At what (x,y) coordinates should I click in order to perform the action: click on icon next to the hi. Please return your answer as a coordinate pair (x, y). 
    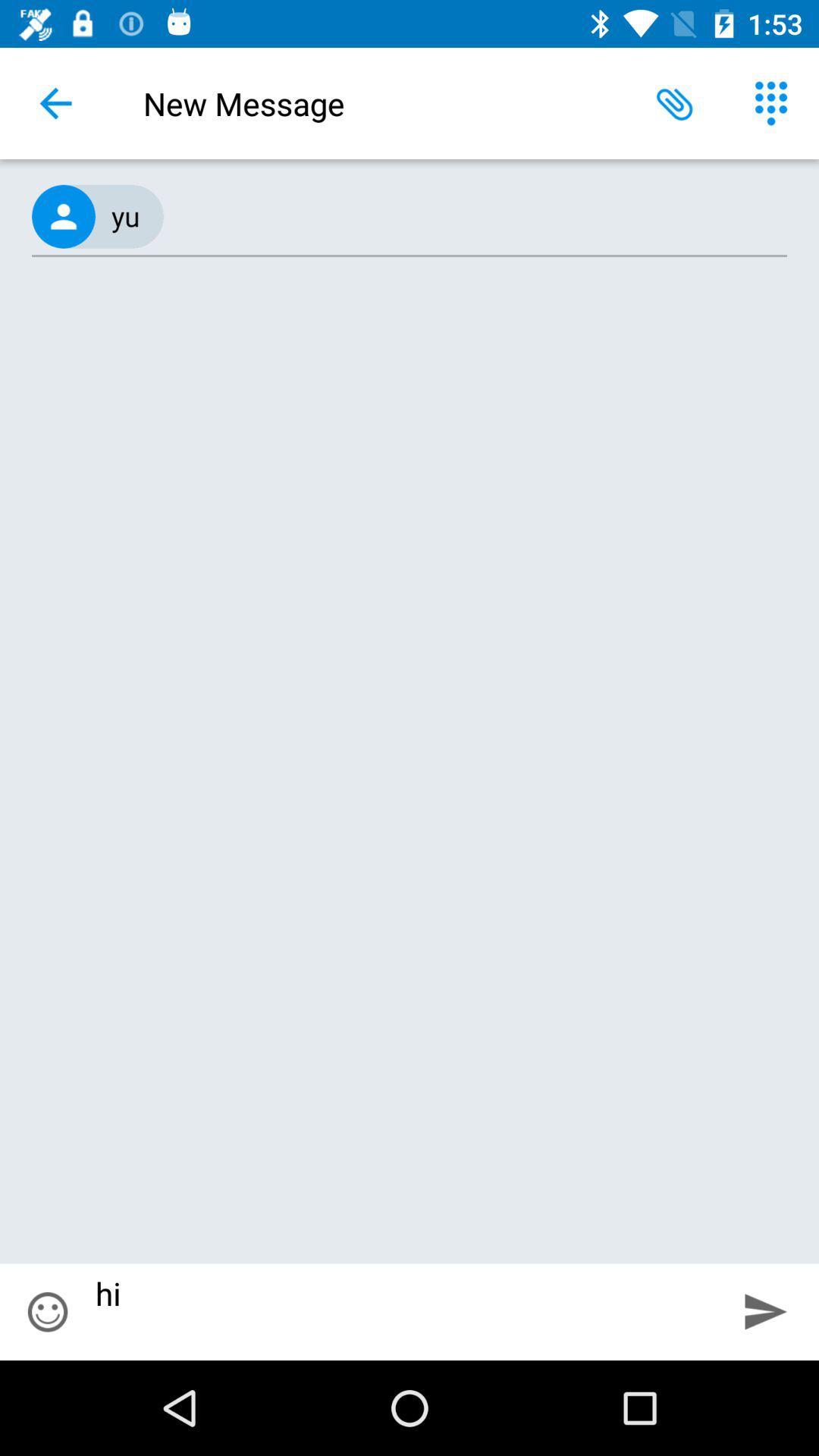
    Looking at the image, I should click on (46, 1311).